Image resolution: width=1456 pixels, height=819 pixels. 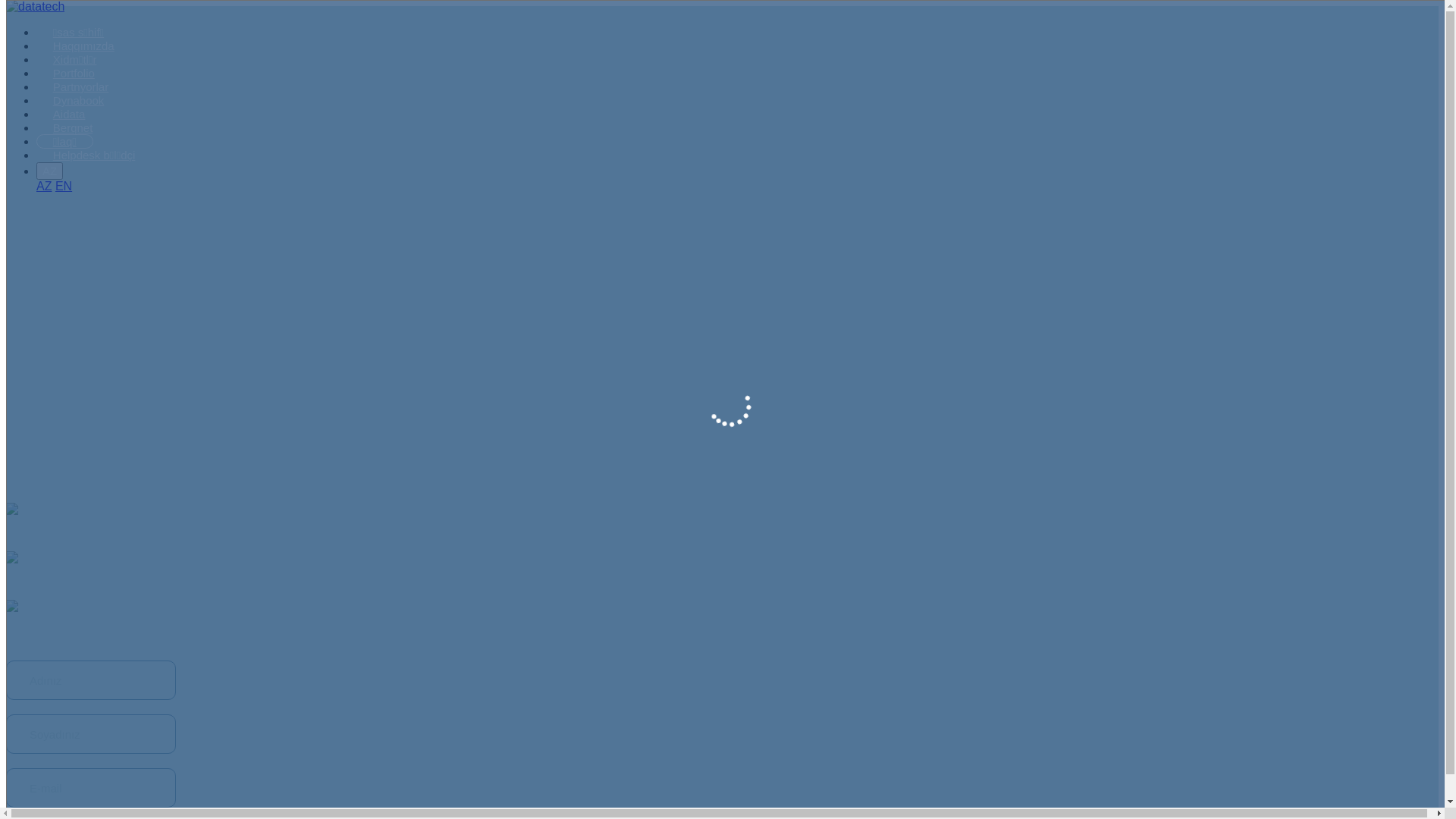 What do you see at coordinates (49, 171) in the screenshot?
I see `'AZ'` at bounding box center [49, 171].